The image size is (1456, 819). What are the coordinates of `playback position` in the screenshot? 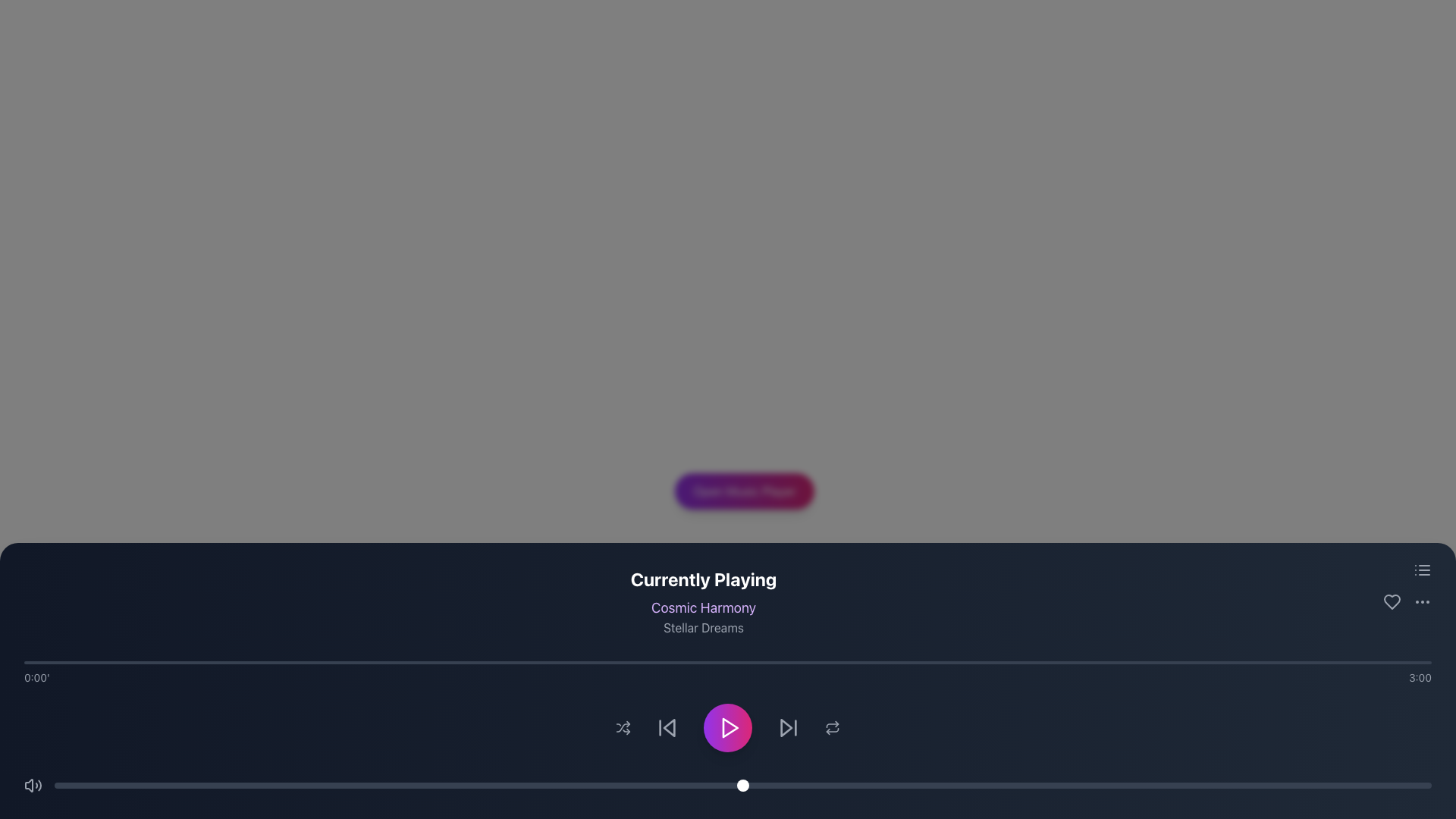 It's located at (422, 662).